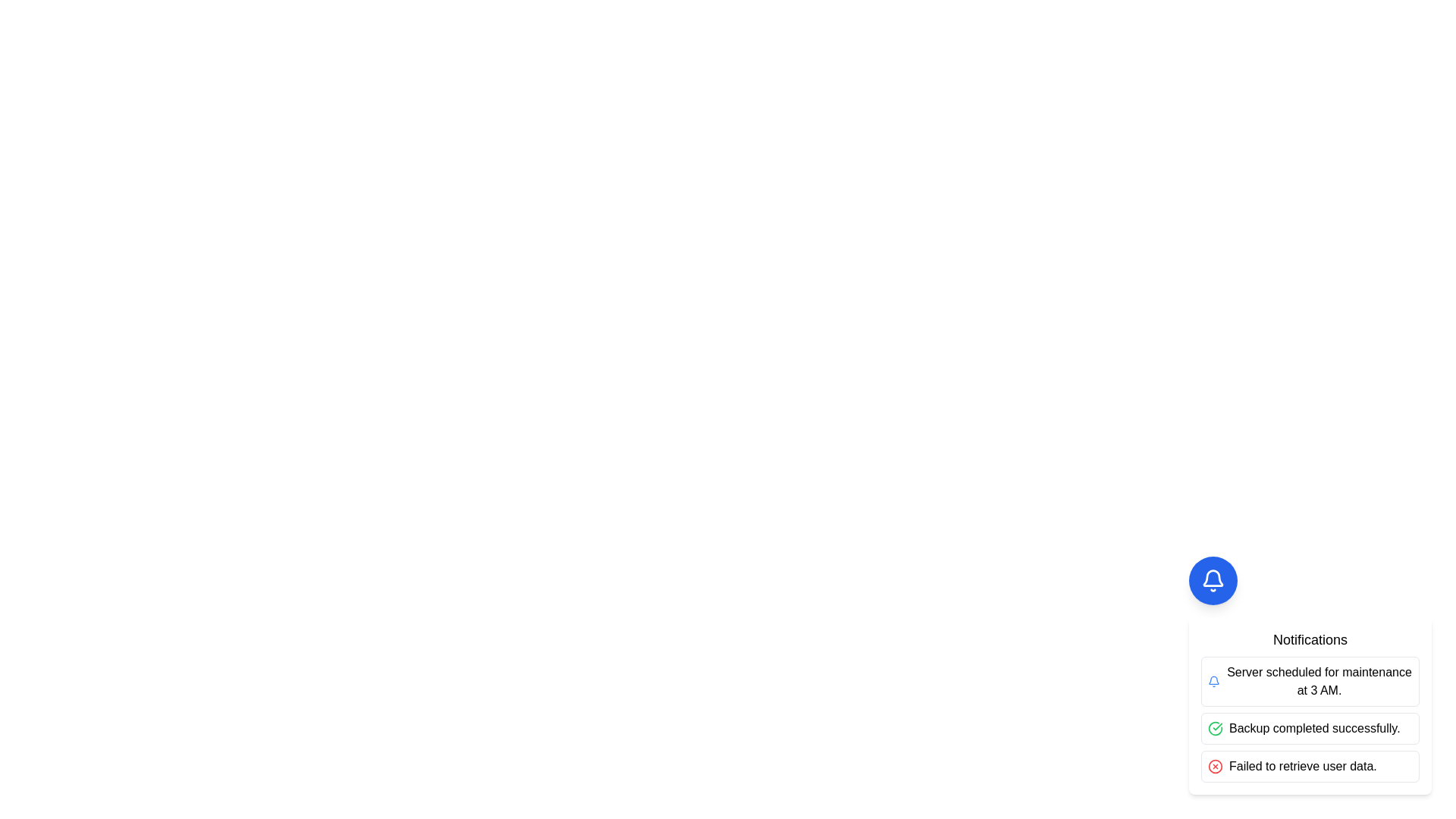 The image size is (1456, 819). Describe the element at coordinates (1302, 766) in the screenshot. I see `the error notification Text Label located at the bottom of the notification panel` at that location.